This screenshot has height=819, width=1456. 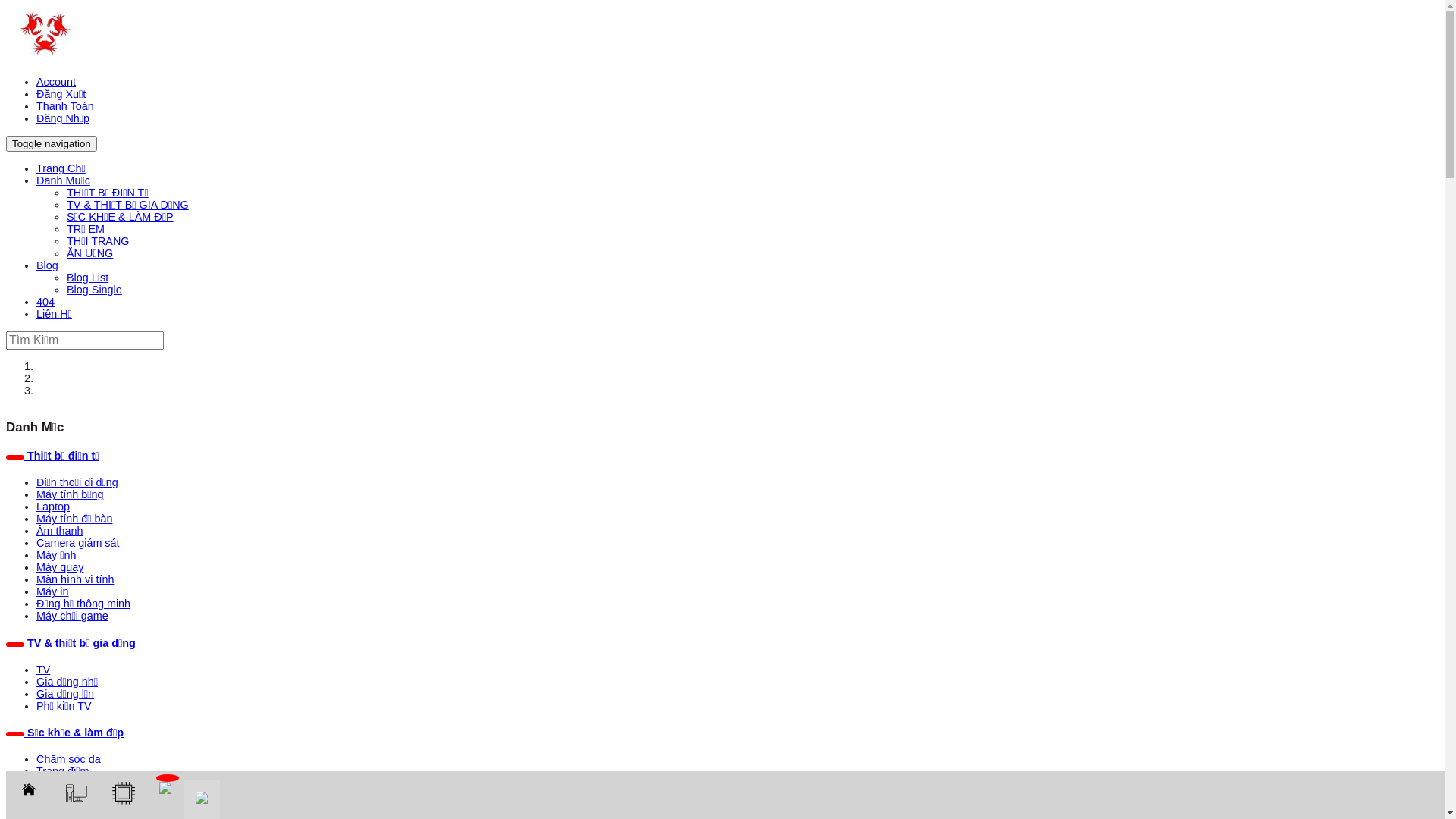 What do you see at coordinates (53, 506) in the screenshot?
I see `'Laptop'` at bounding box center [53, 506].